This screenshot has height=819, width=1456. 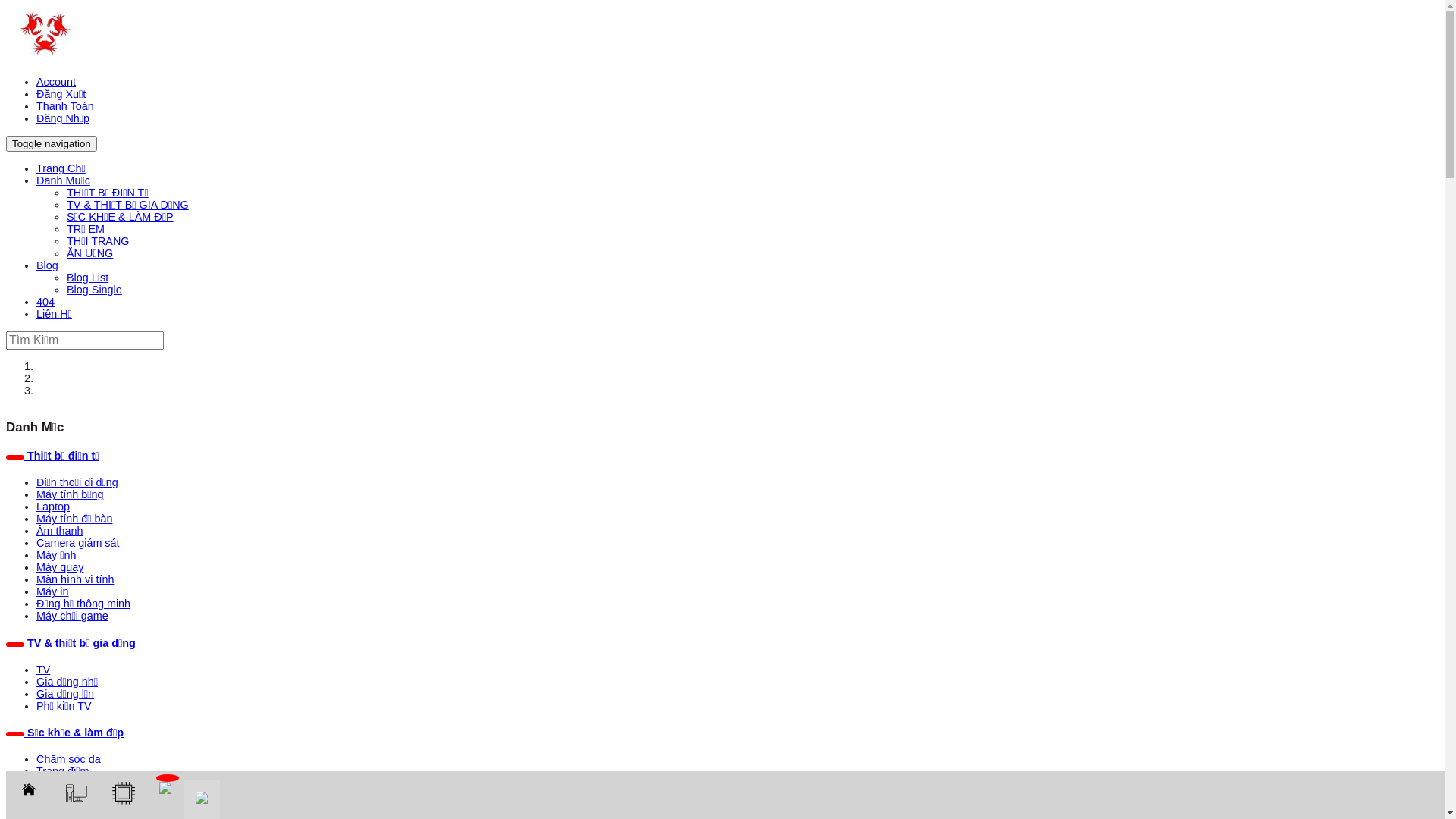 What do you see at coordinates (53, 506) in the screenshot?
I see `'Laptop'` at bounding box center [53, 506].